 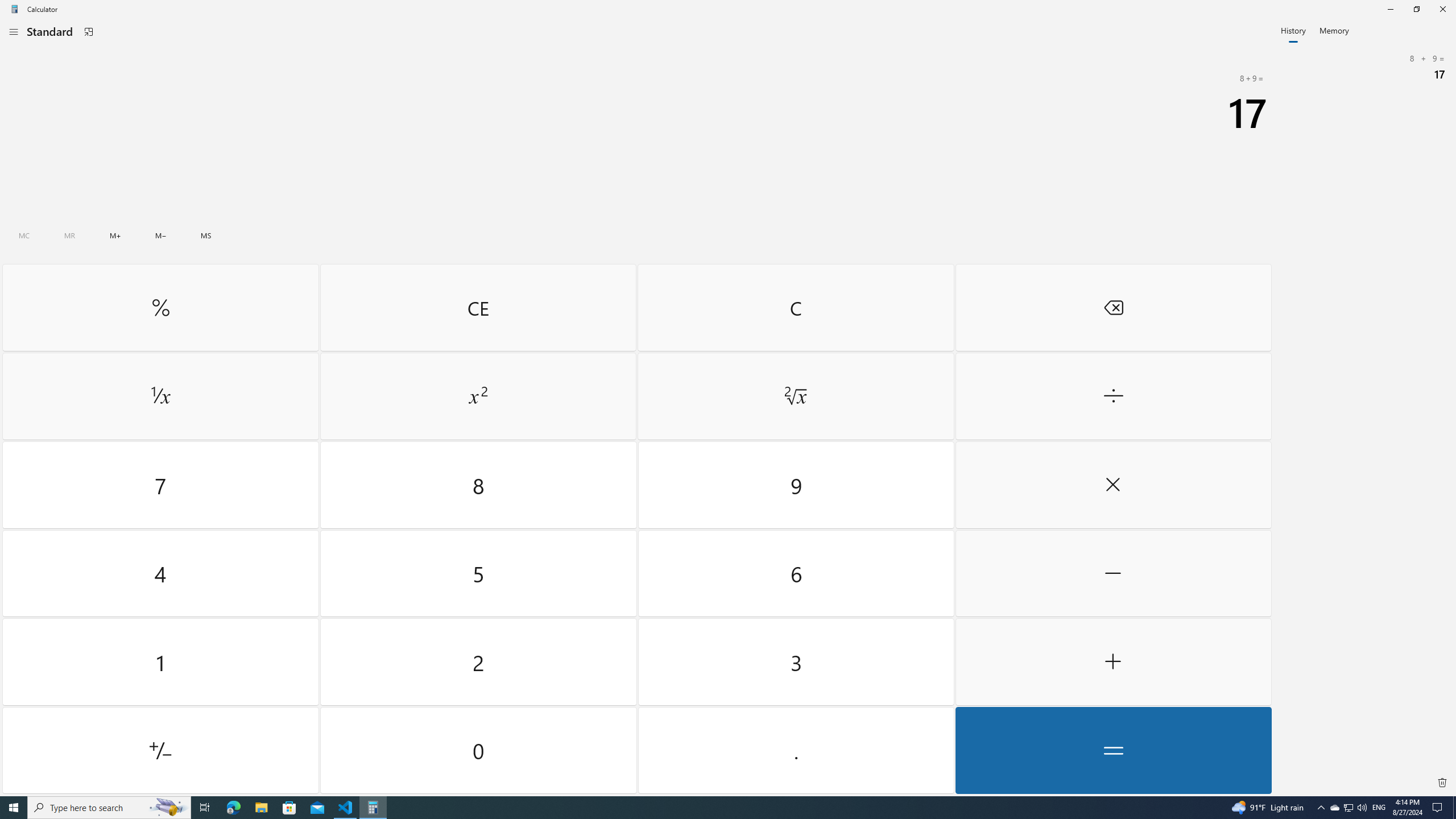 I want to click on 'Three', so click(x=795, y=662).